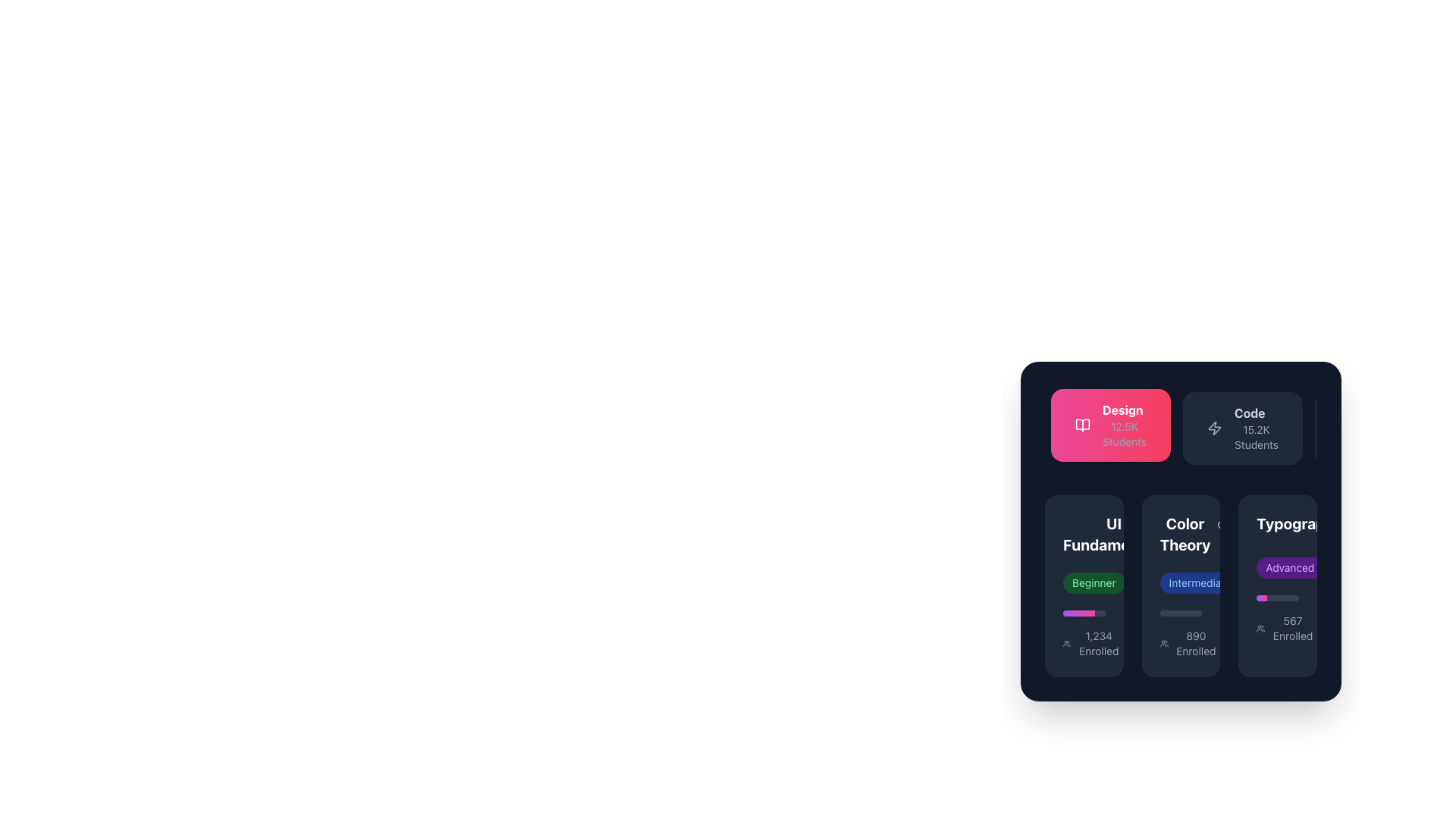  What do you see at coordinates (1092, 643) in the screenshot?
I see `the Text Display with Icon that shows the enrollment count, which is located in the bottom-left section of the 'UI Fundamentals' card` at bounding box center [1092, 643].